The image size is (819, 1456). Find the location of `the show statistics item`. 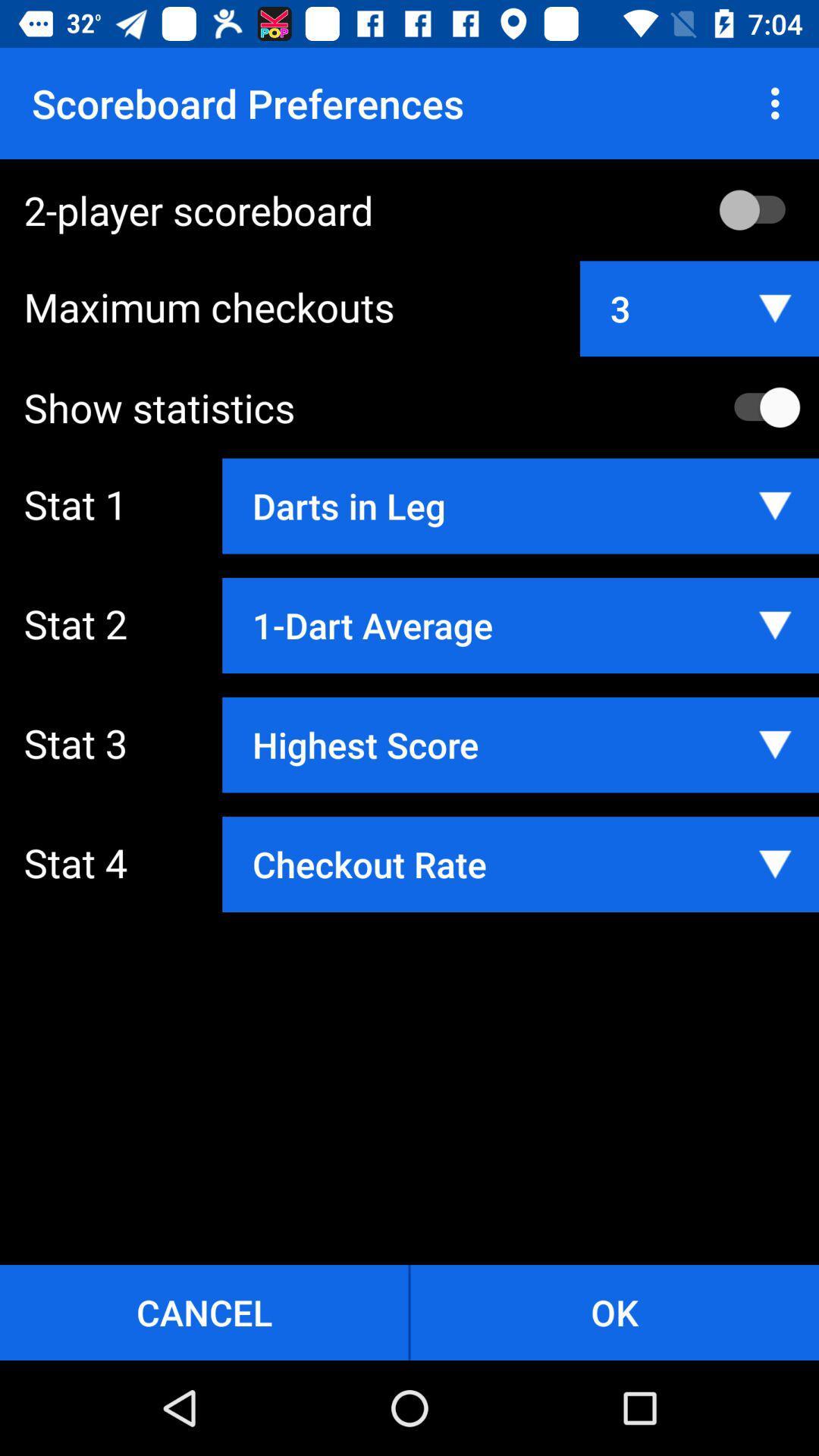

the show statistics item is located at coordinates (421, 407).